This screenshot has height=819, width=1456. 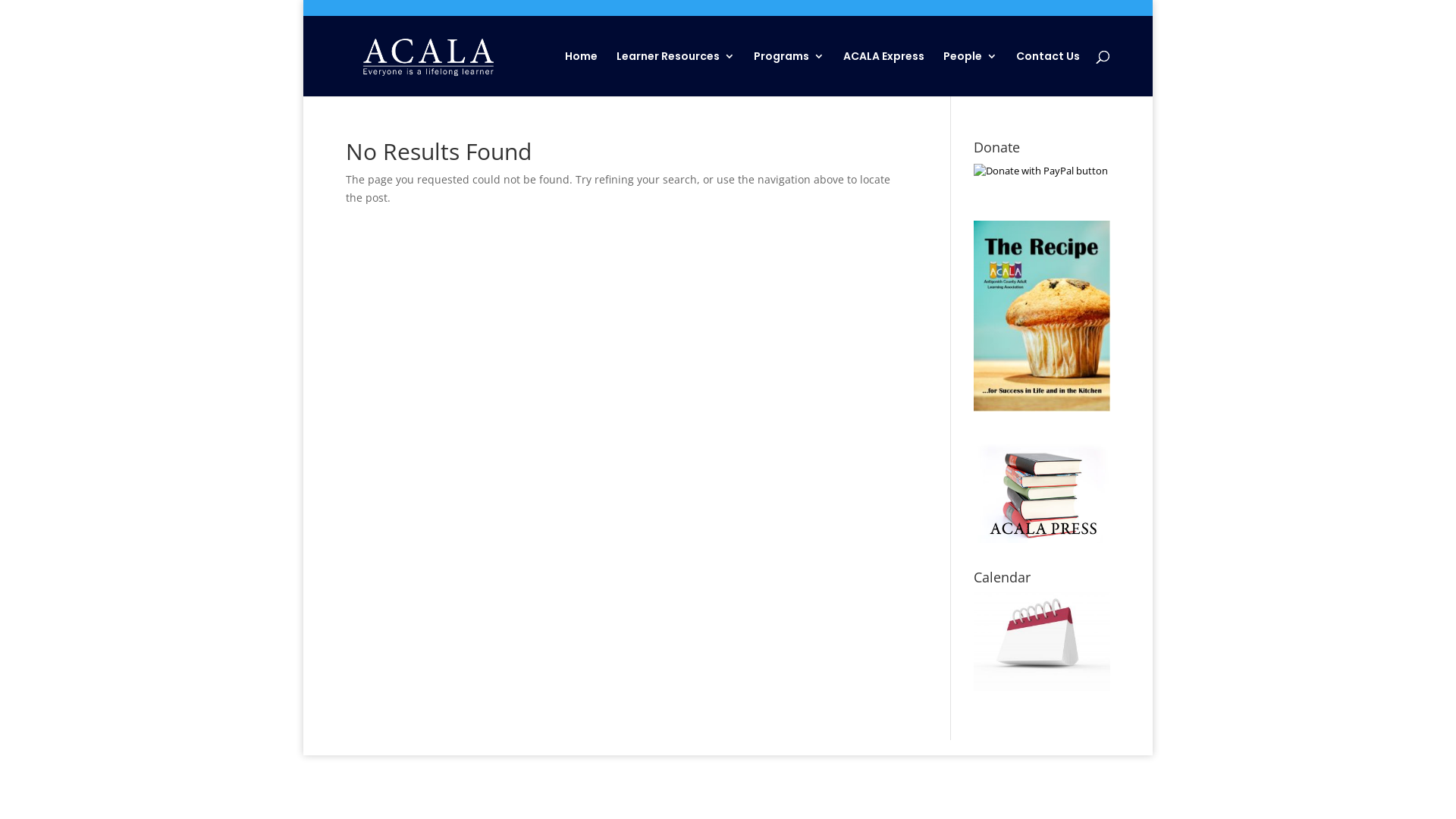 I want to click on 'PayPal - The safer, easier way to pay online!', so click(x=973, y=170).